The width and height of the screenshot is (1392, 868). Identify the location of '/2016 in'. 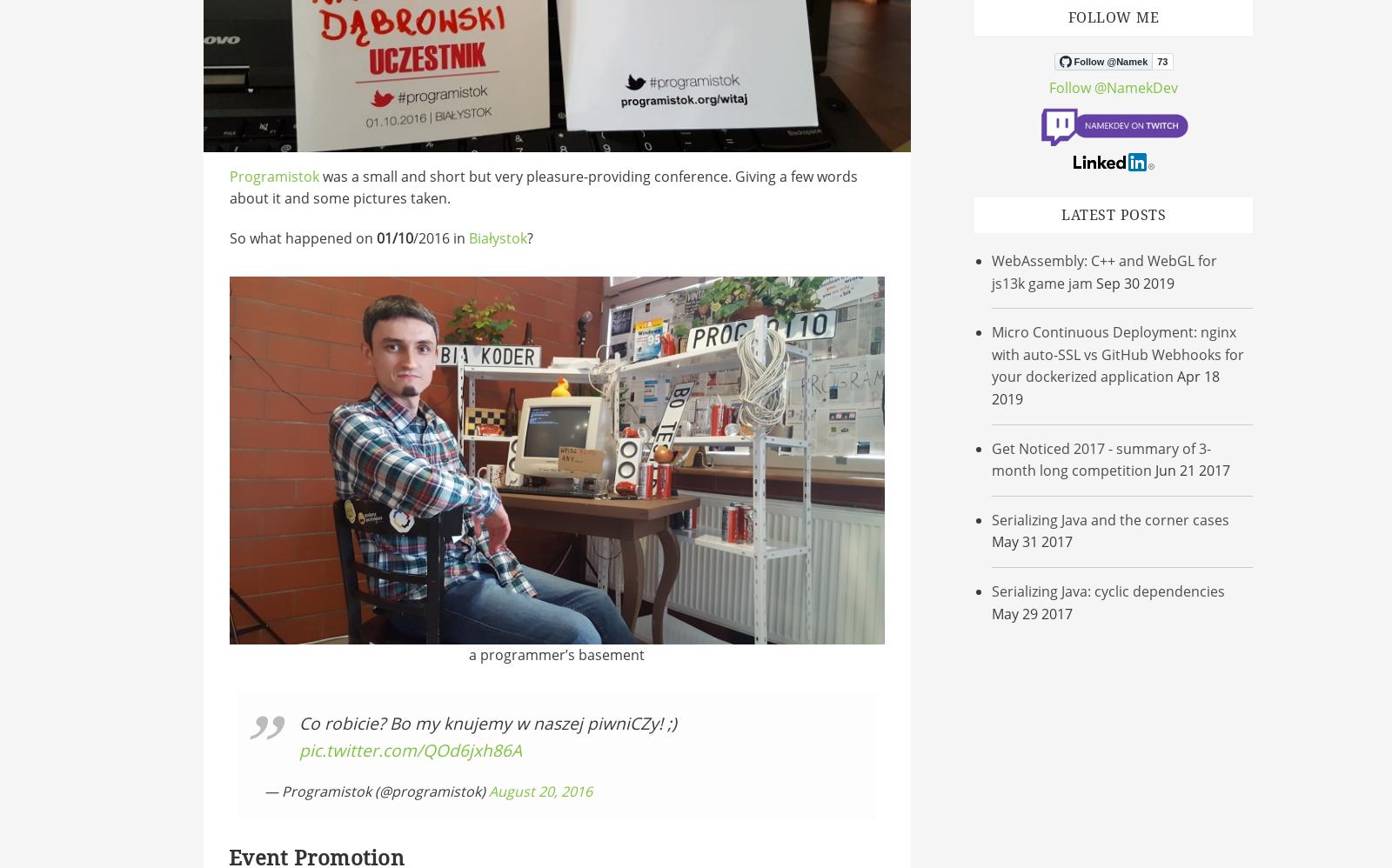
(439, 236).